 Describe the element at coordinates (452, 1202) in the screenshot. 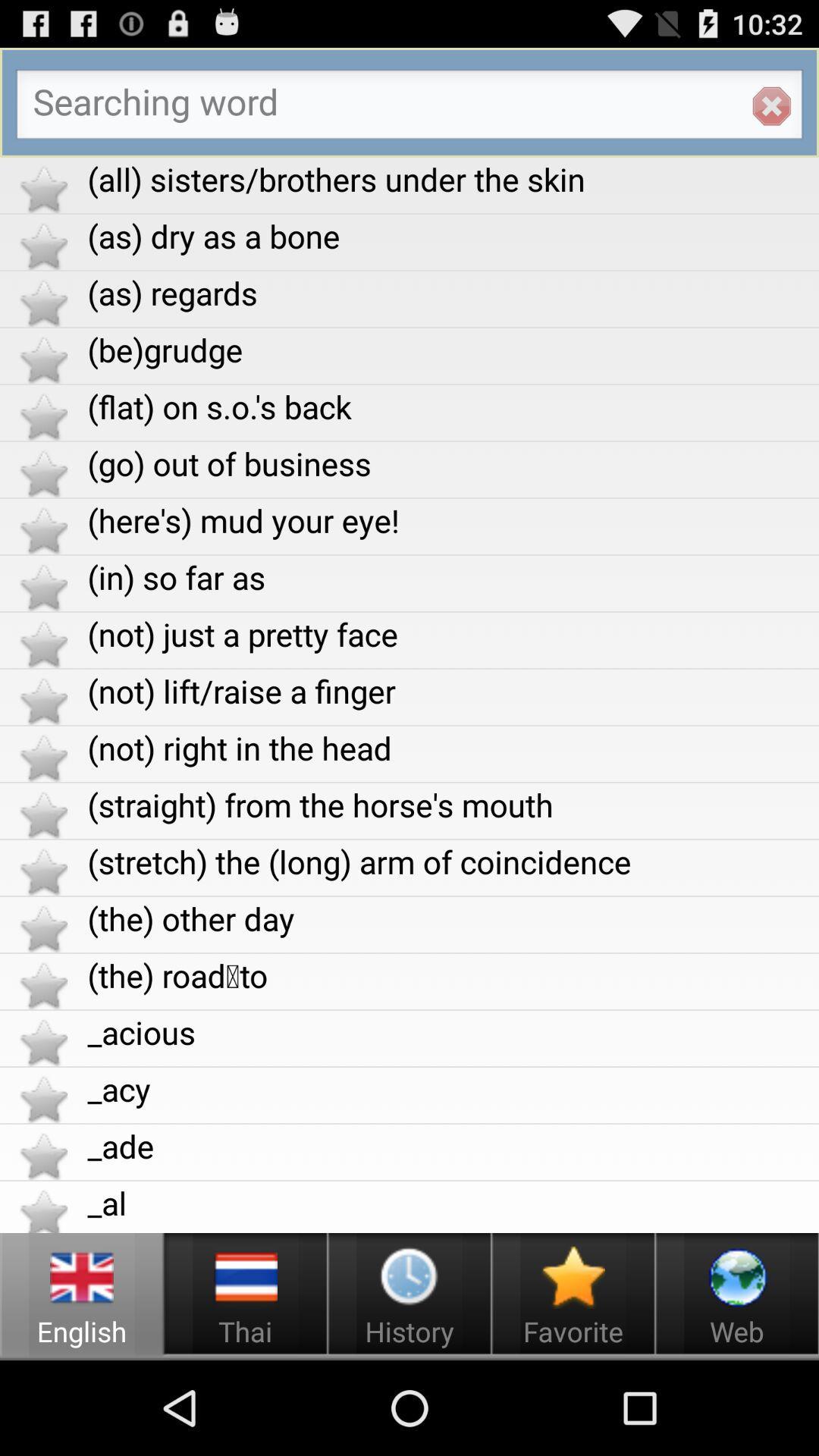

I see `_al` at that location.